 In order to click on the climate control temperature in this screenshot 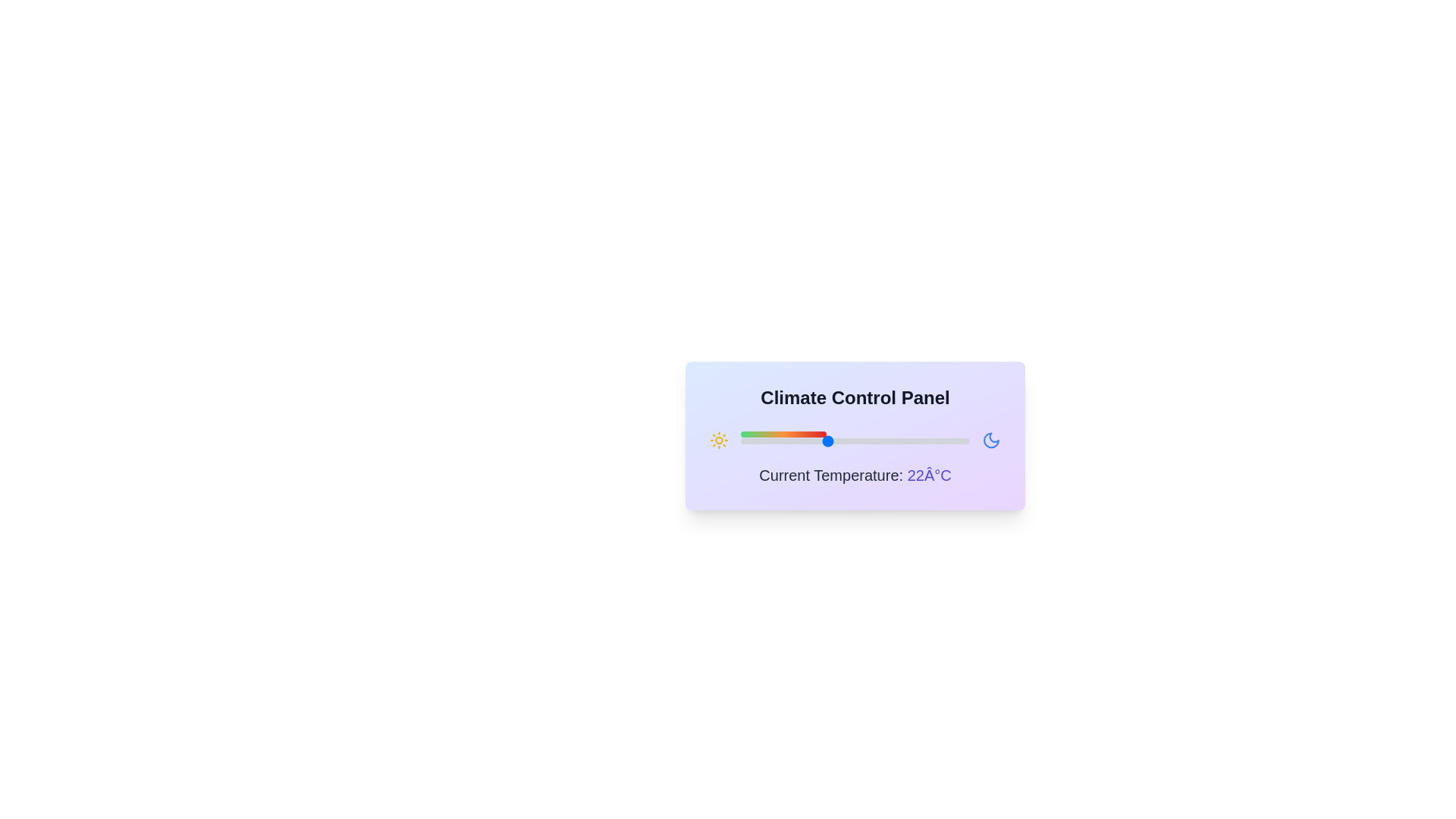, I will do `click(741, 441)`.